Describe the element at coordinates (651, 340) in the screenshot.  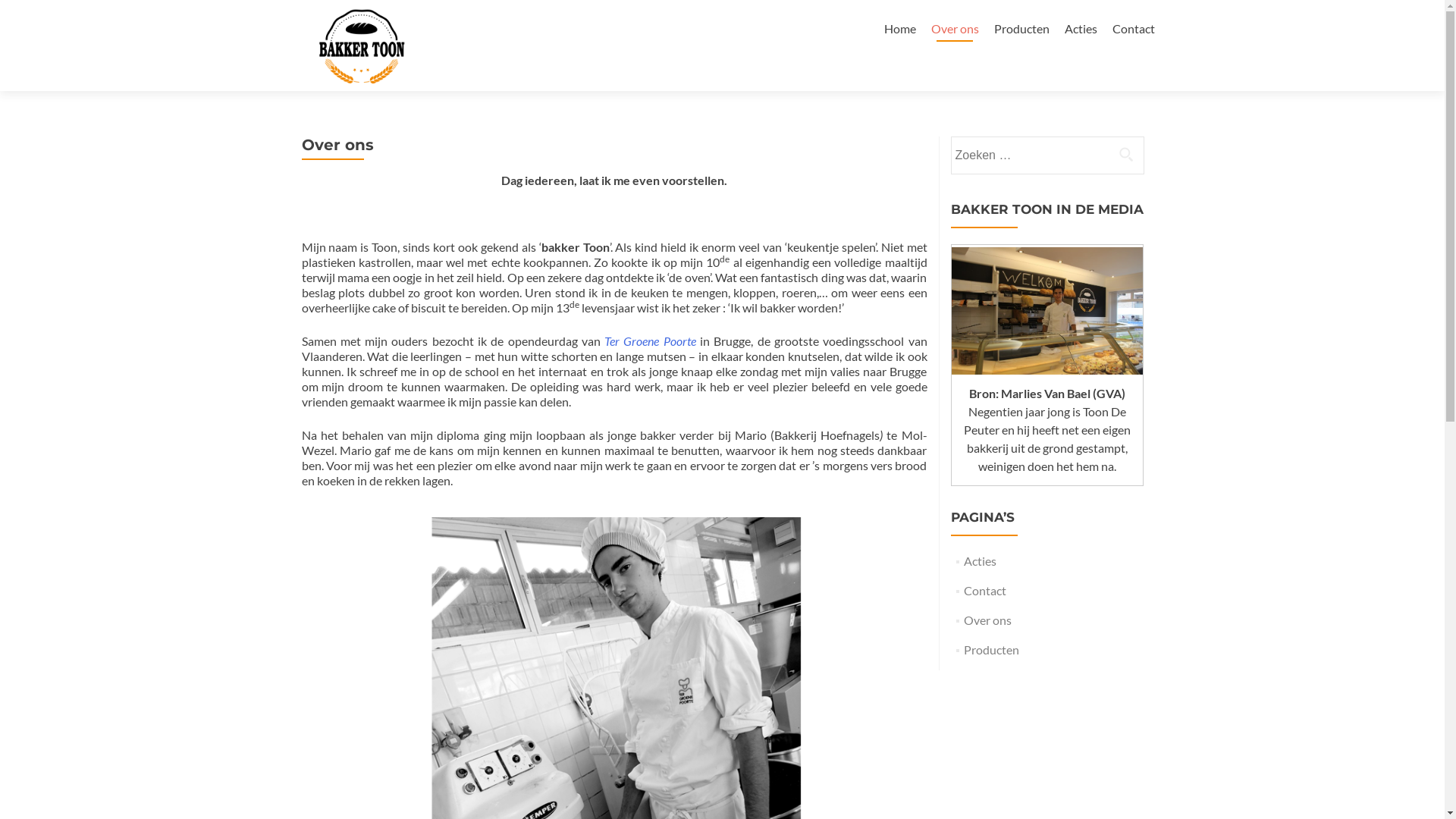
I see `'Ter Groene Poorte'` at that location.